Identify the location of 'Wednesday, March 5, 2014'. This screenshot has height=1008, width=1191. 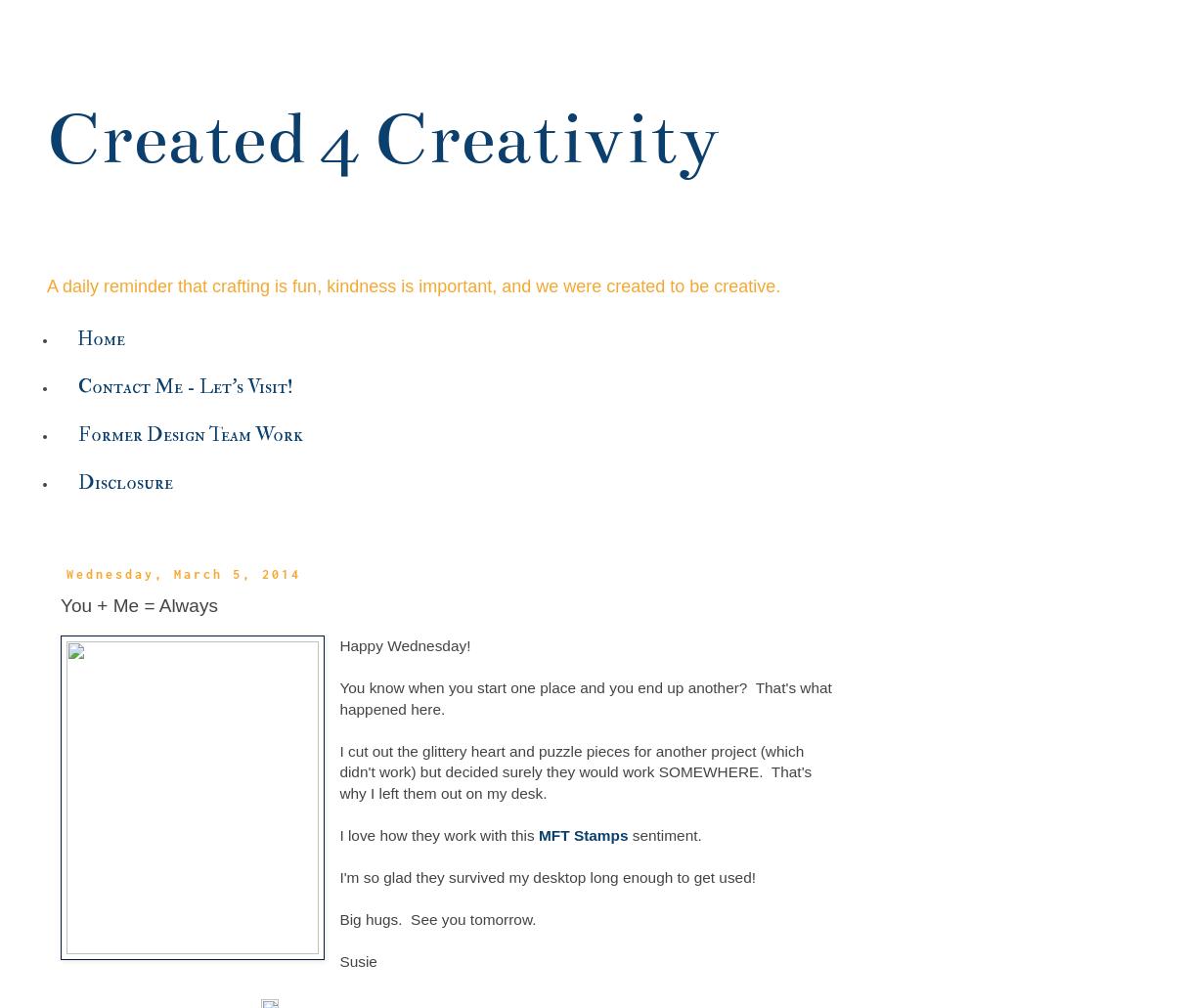
(182, 572).